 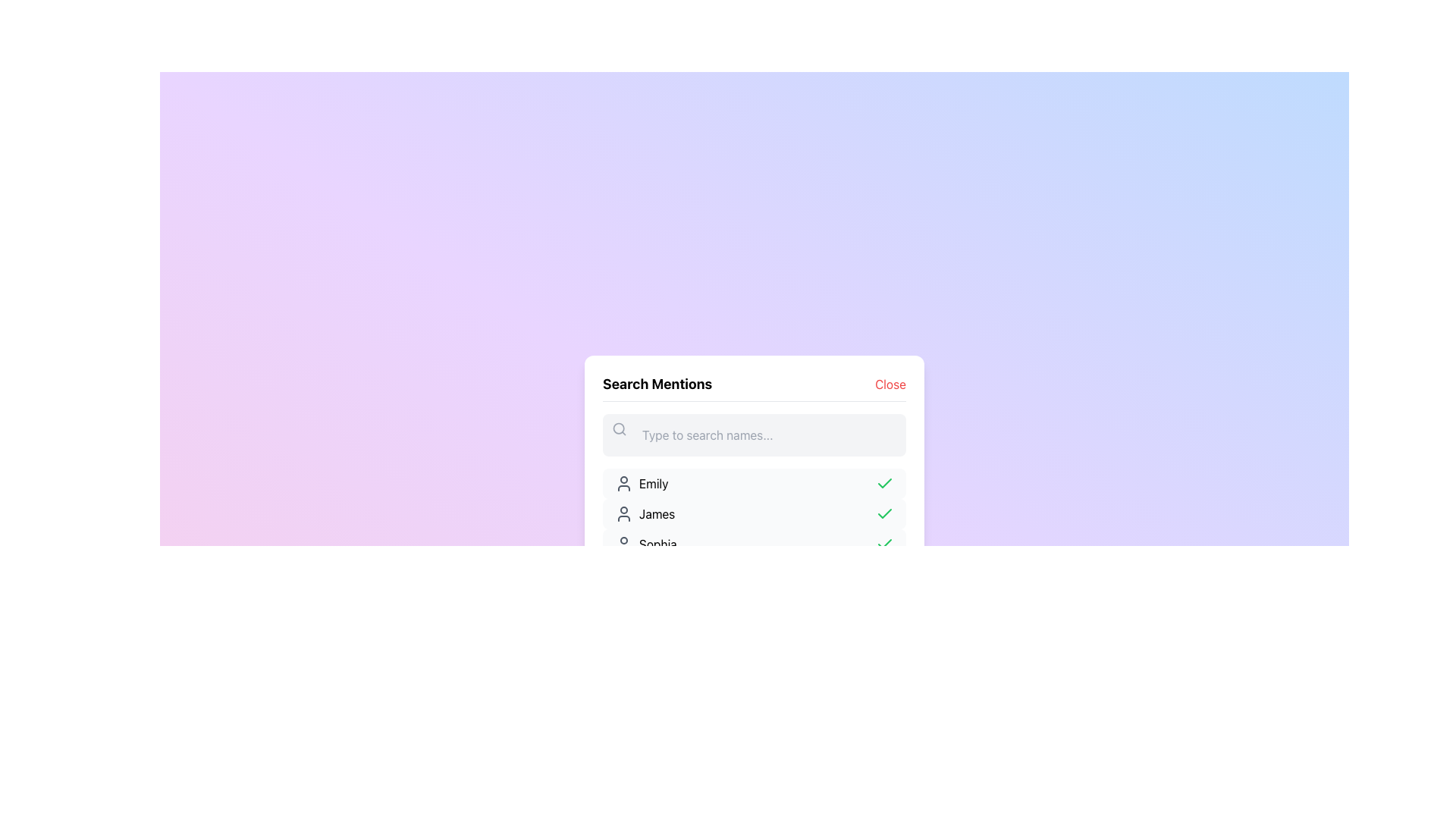 I want to click on the user profile icon representing 'James', located under the 'Search Mentions' header, as the leftmost component of the second row, so click(x=623, y=513).